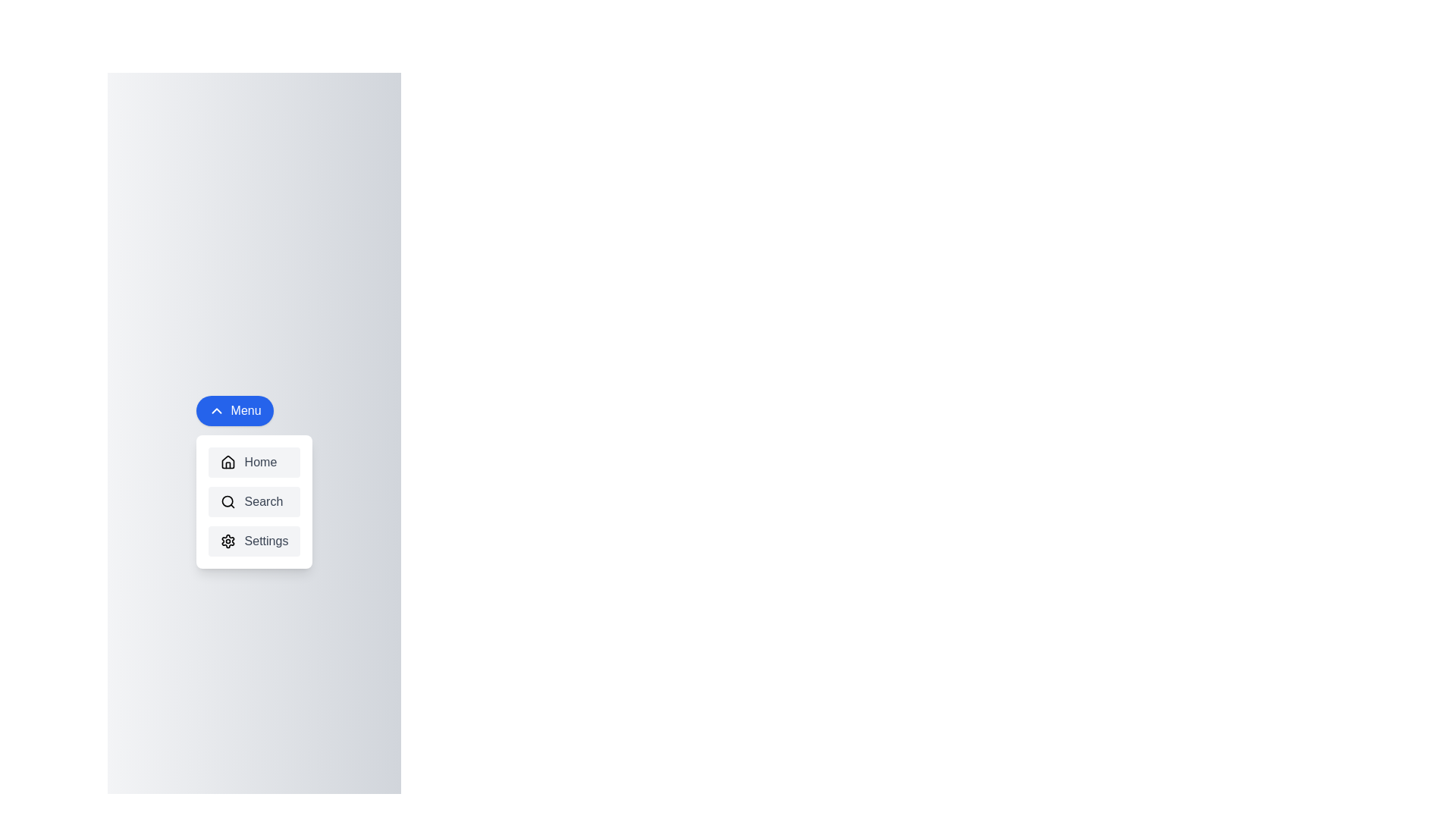 The height and width of the screenshot is (819, 1456). What do you see at coordinates (254, 502) in the screenshot?
I see `the 'Search' button in the menu` at bounding box center [254, 502].